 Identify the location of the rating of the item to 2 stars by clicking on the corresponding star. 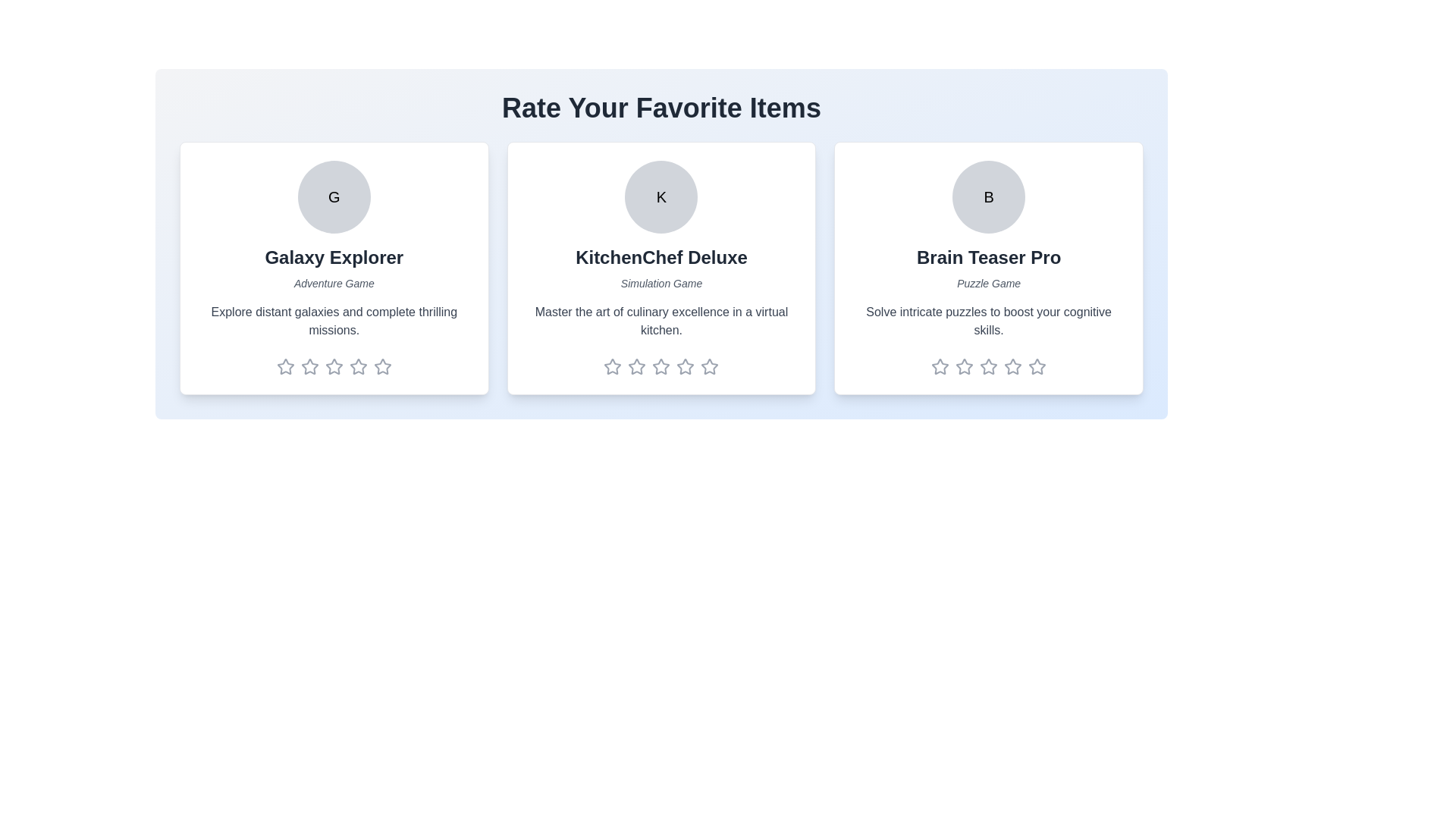
(309, 366).